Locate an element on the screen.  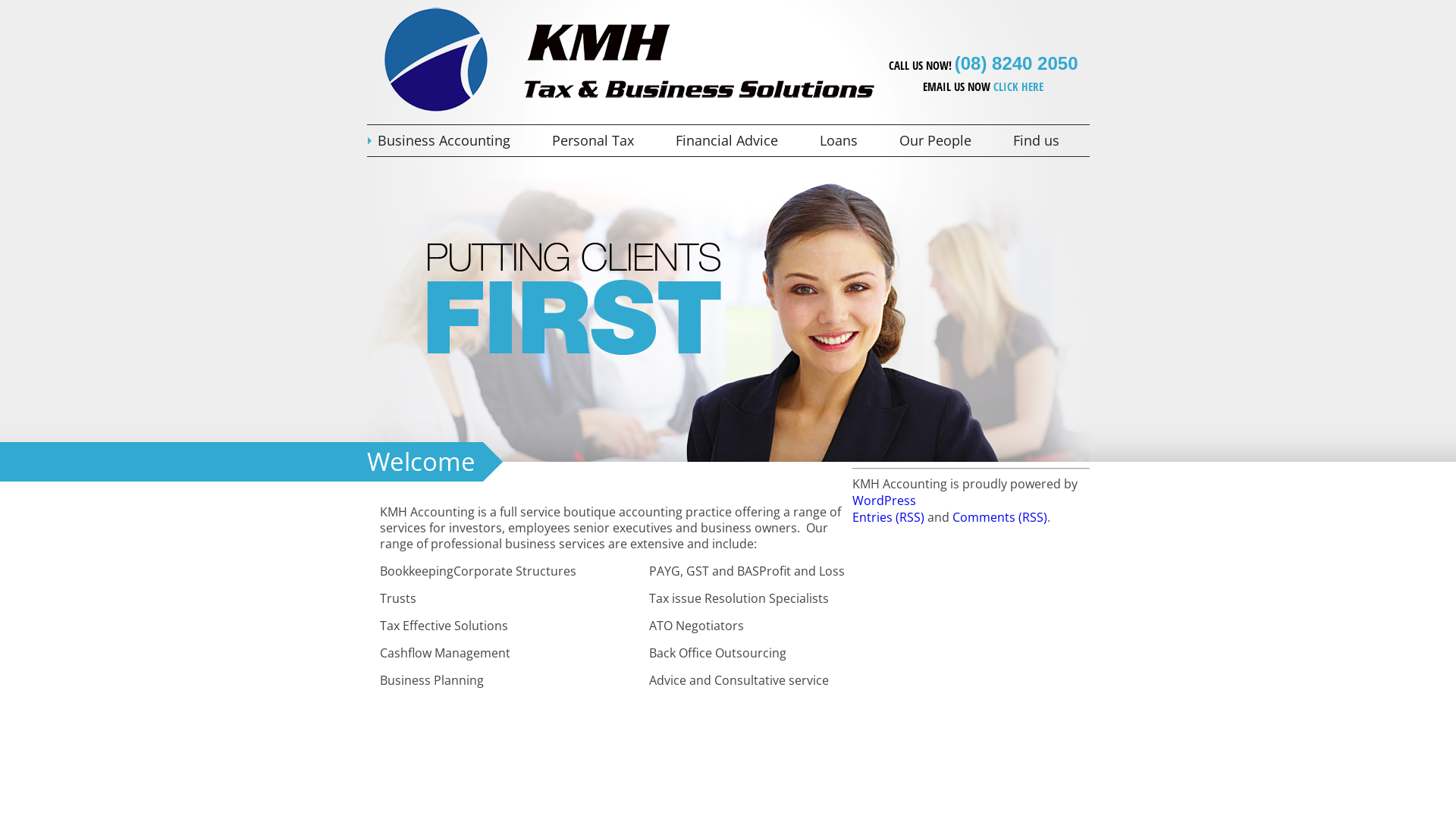
'Entries (RSS)' is located at coordinates (888, 516).